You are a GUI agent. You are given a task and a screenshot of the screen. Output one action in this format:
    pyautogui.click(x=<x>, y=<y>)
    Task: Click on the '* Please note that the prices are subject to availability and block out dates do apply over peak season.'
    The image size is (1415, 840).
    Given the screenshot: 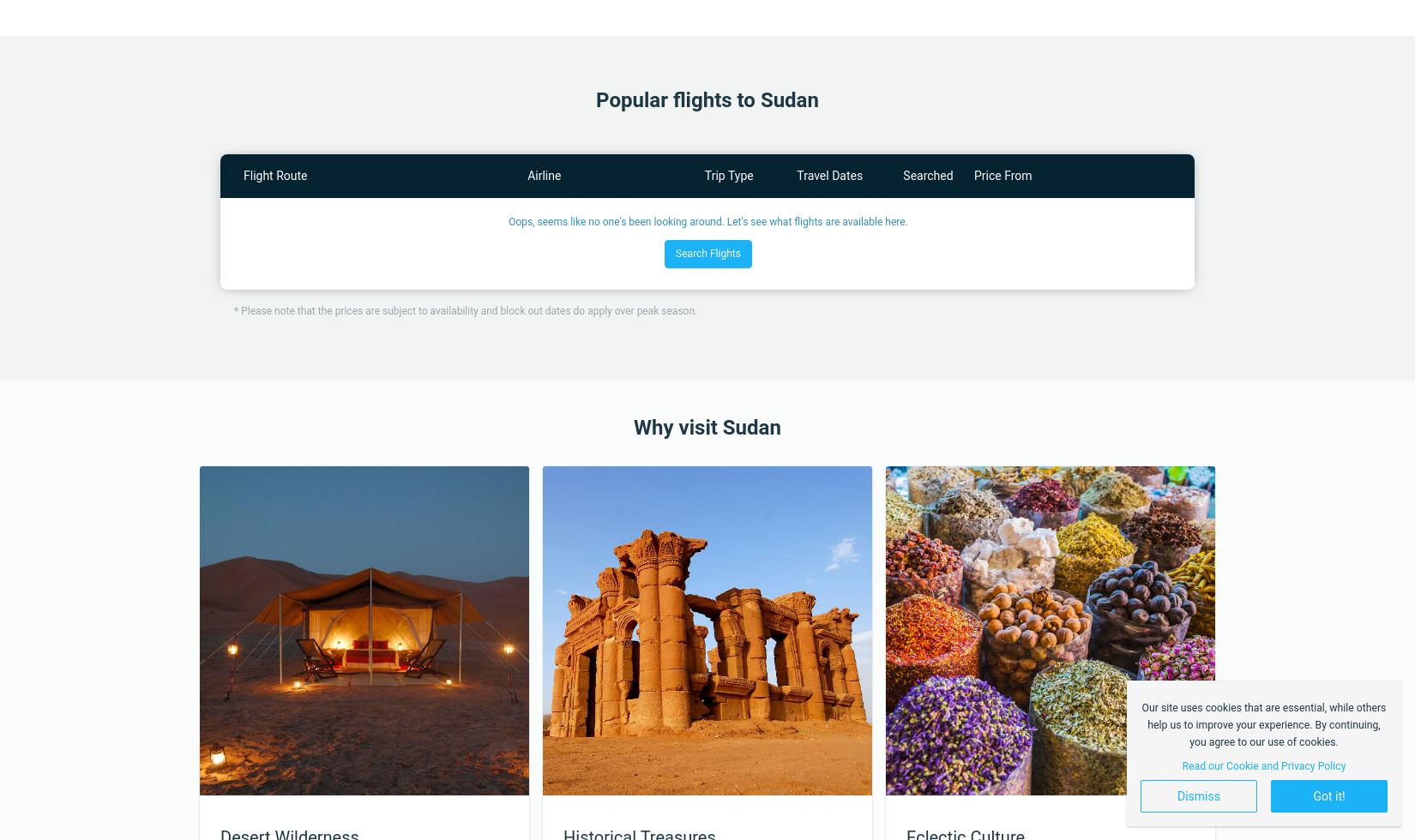 What is the action you would take?
    pyautogui.click(x=465, y=310)
    